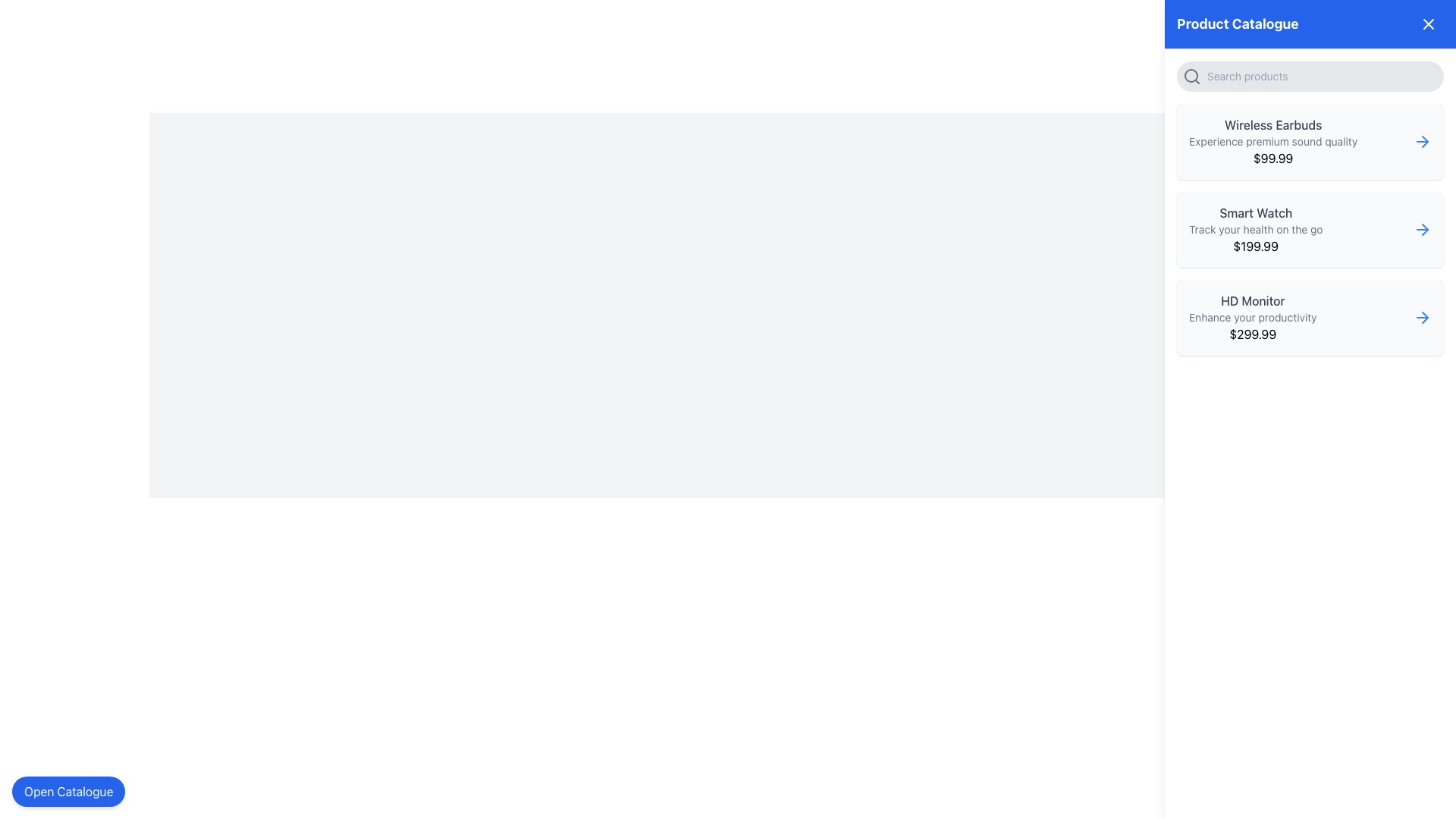 Image resolution: width=1456 pixels, height=819 pixels. I want to click on descriptive tagline for the product 'HD Monitor' located below the title 'HD Monitor' and above the price '$299.99' in the product card, so click(1253, 317).